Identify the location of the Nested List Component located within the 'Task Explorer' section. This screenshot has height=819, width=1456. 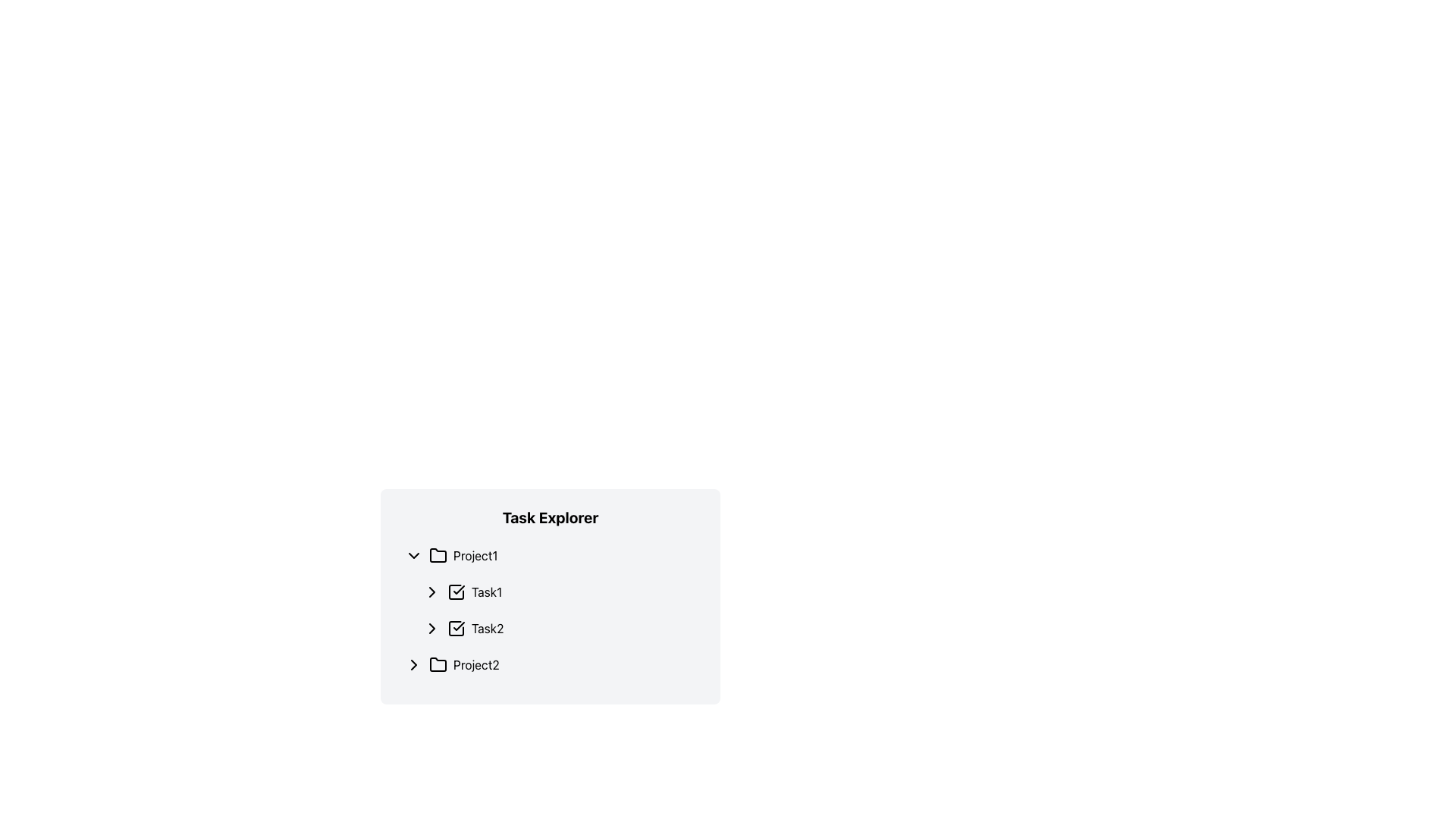
(549, 610).